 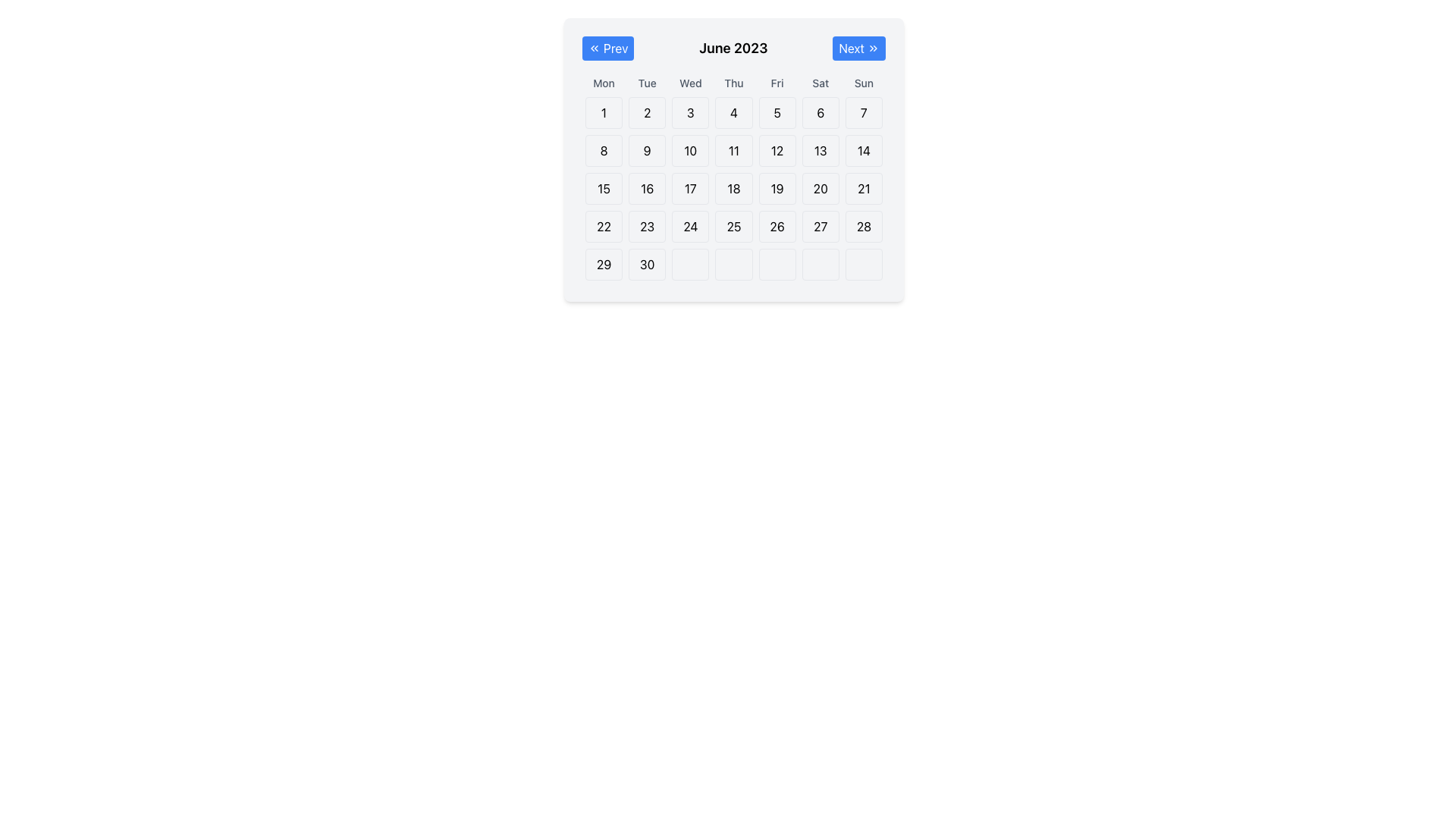 I want to click on the Calendar Day Button representing the date '23', so click(x=647, y=227).